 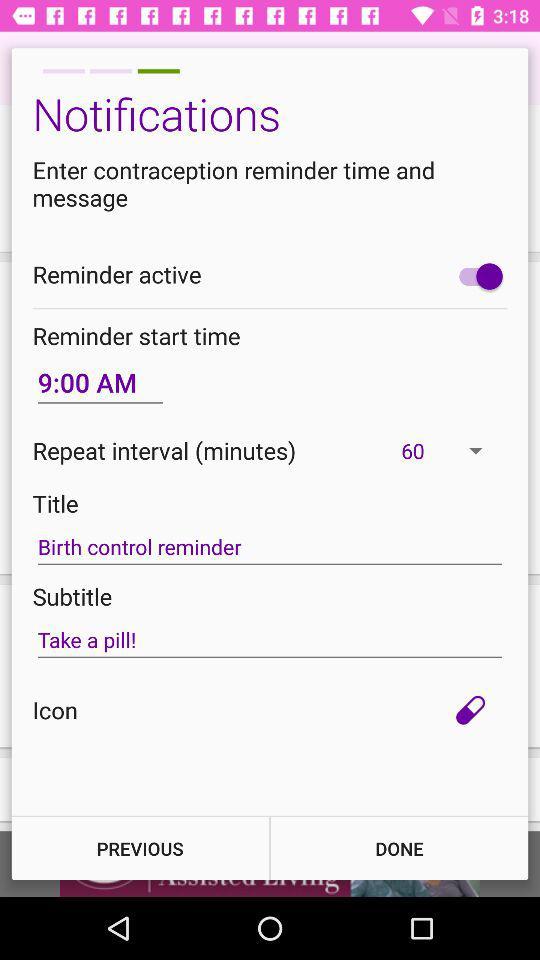 What do you see at coordinates (270, 639) in the screenshot?
I see `take a pill! icon` at bounding box center [270, 639].